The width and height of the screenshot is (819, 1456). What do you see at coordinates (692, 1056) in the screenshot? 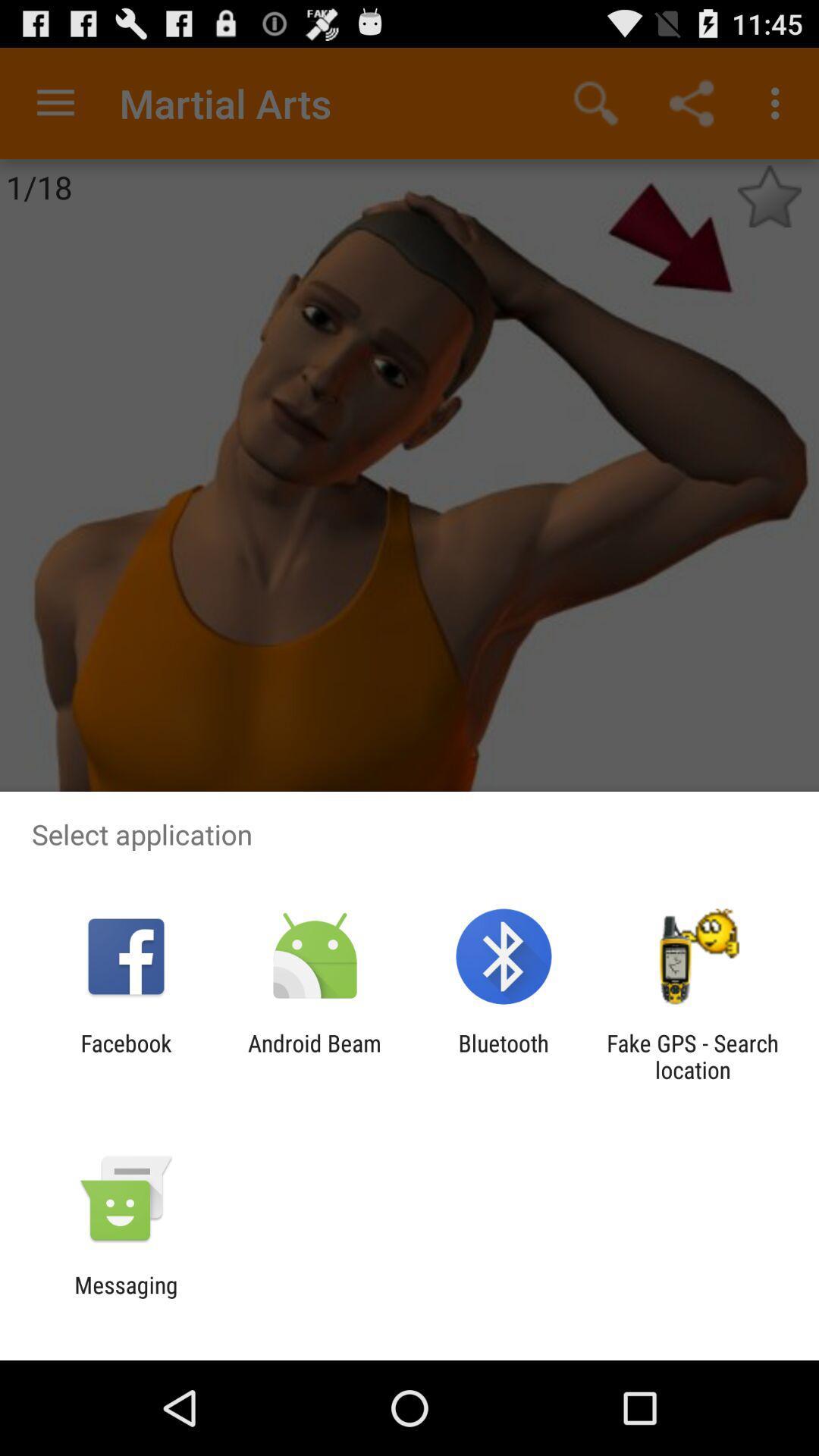
I see `fake gps search icon` at bounding box center [692, 1056].